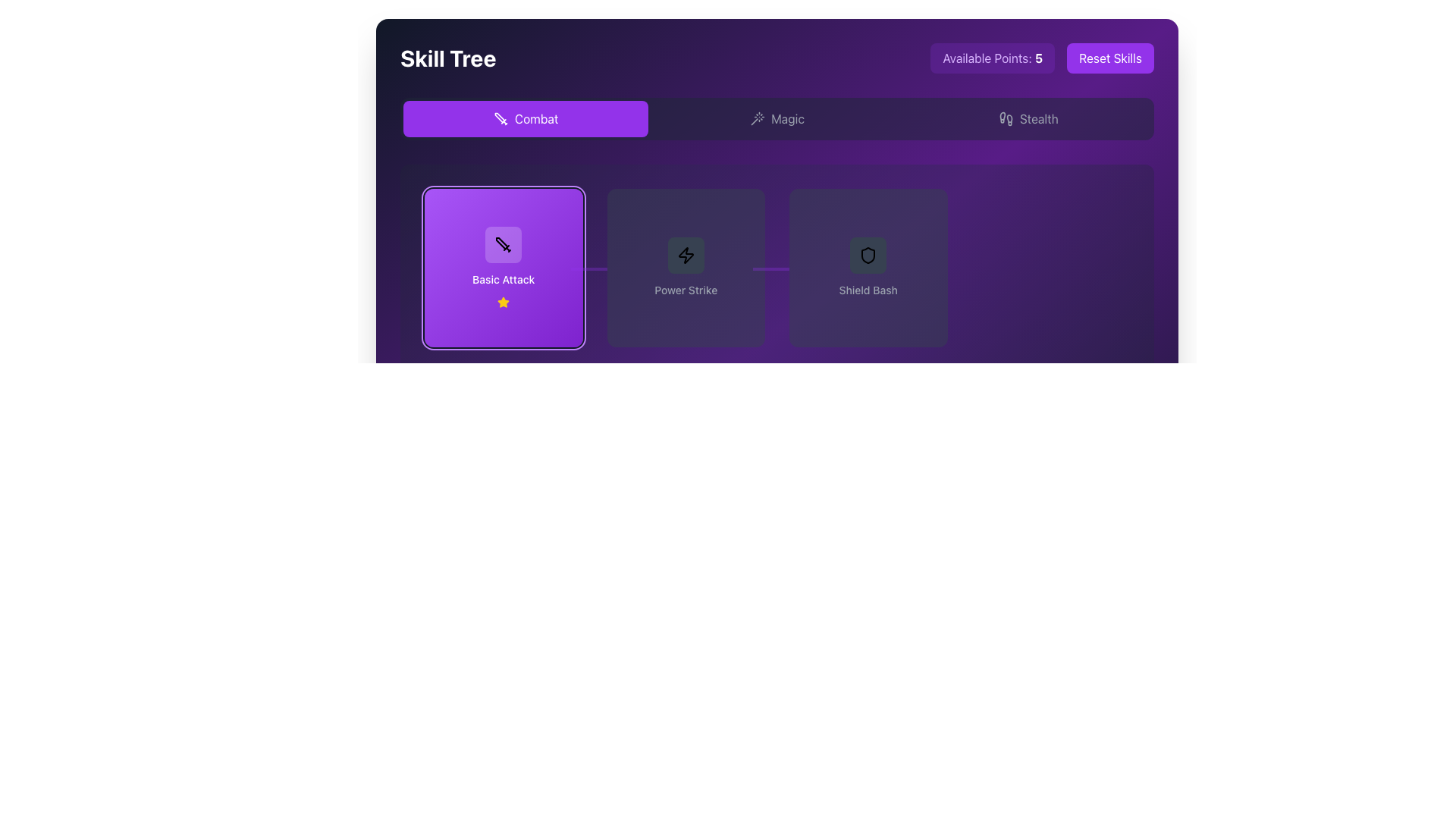 The image size is (1456, 819). I want to click on the 'Basic Attack' skill icon located on the first card, so click(504, 244).